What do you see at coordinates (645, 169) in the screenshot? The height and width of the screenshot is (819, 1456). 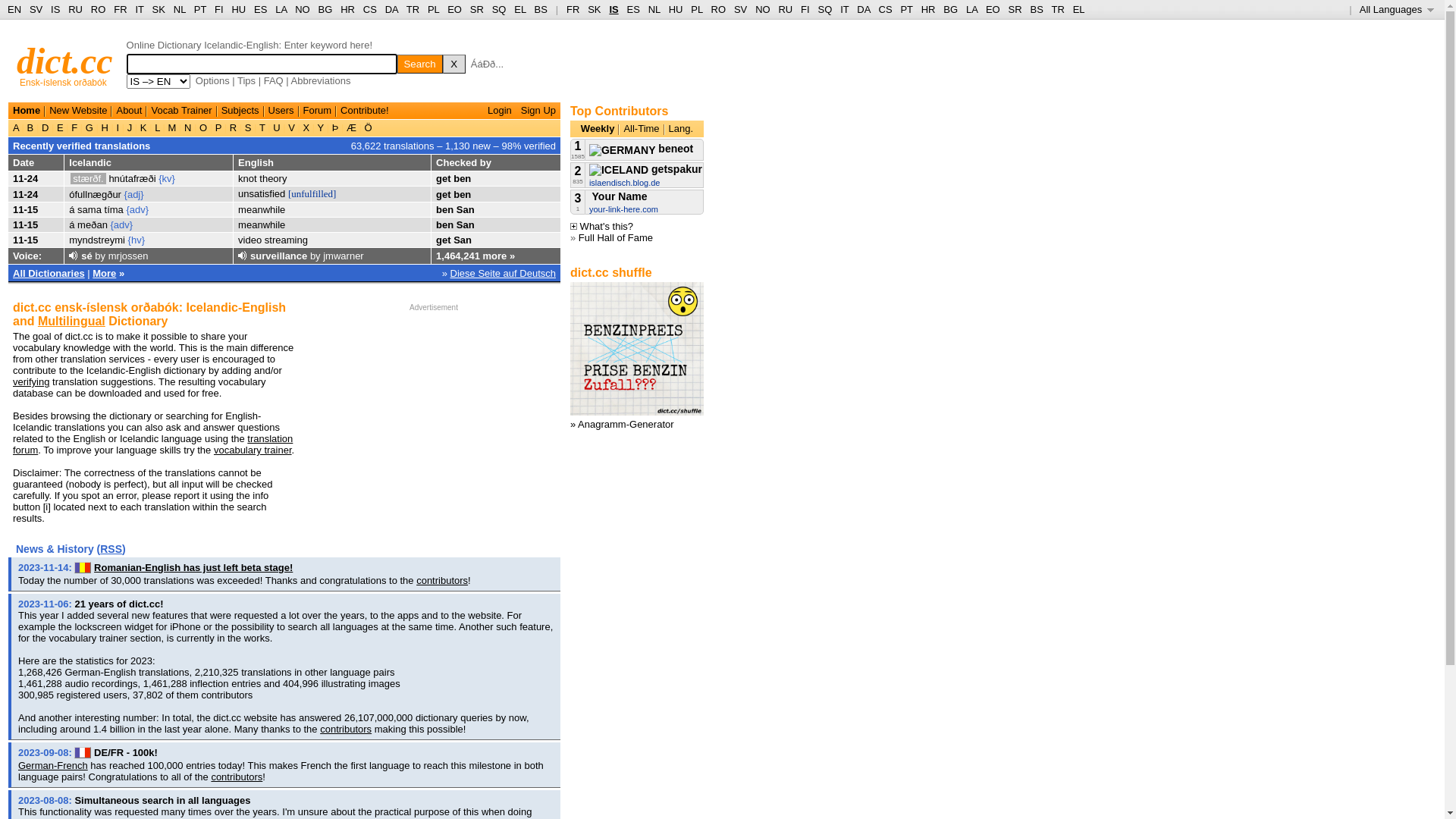 I see `'getspakur'` at bounding box center [645, 169].